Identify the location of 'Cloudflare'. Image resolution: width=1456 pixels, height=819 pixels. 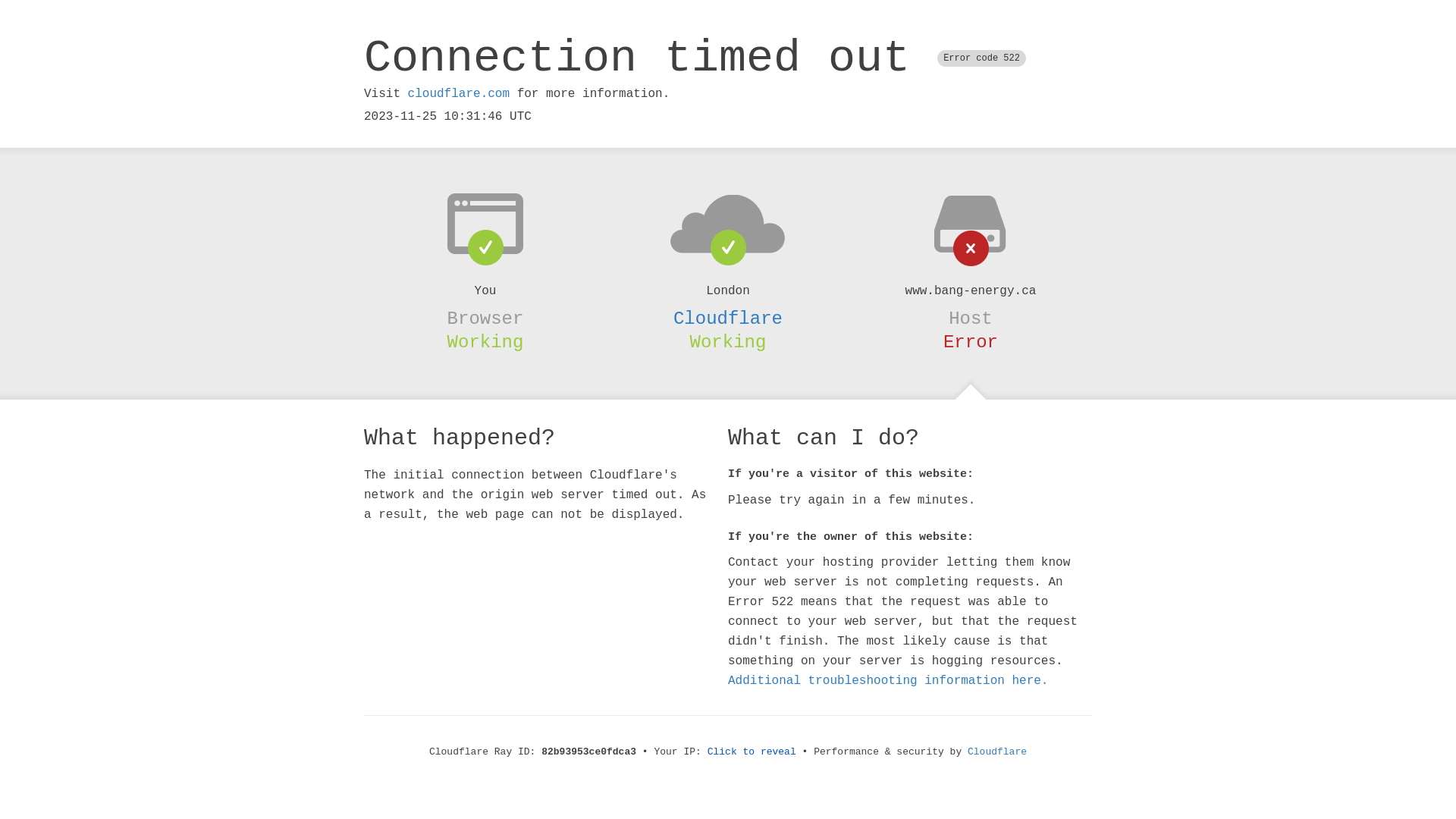
(728, 318).